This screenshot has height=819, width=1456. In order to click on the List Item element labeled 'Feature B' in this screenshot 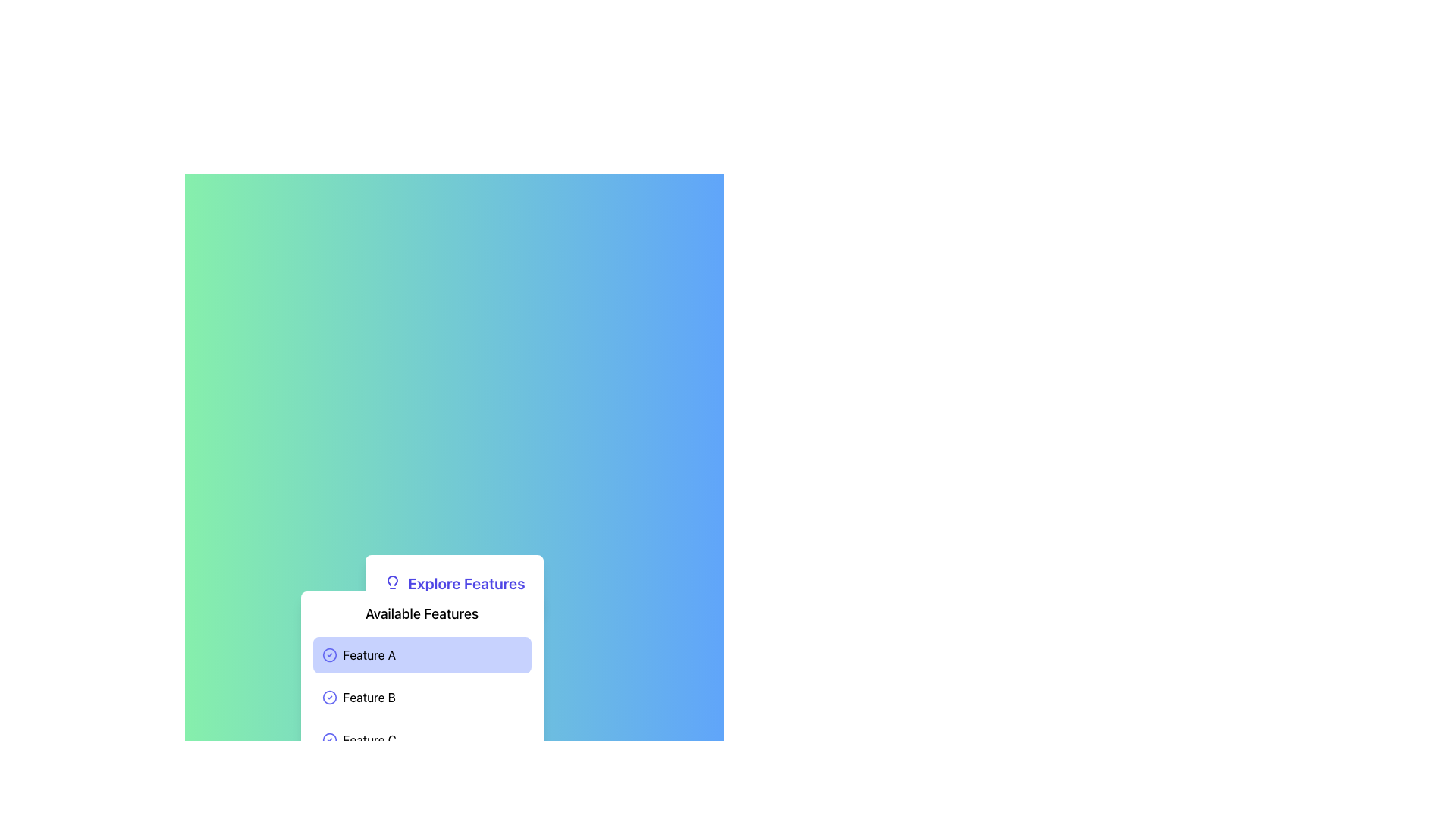, I will do `click(422, 698)`.